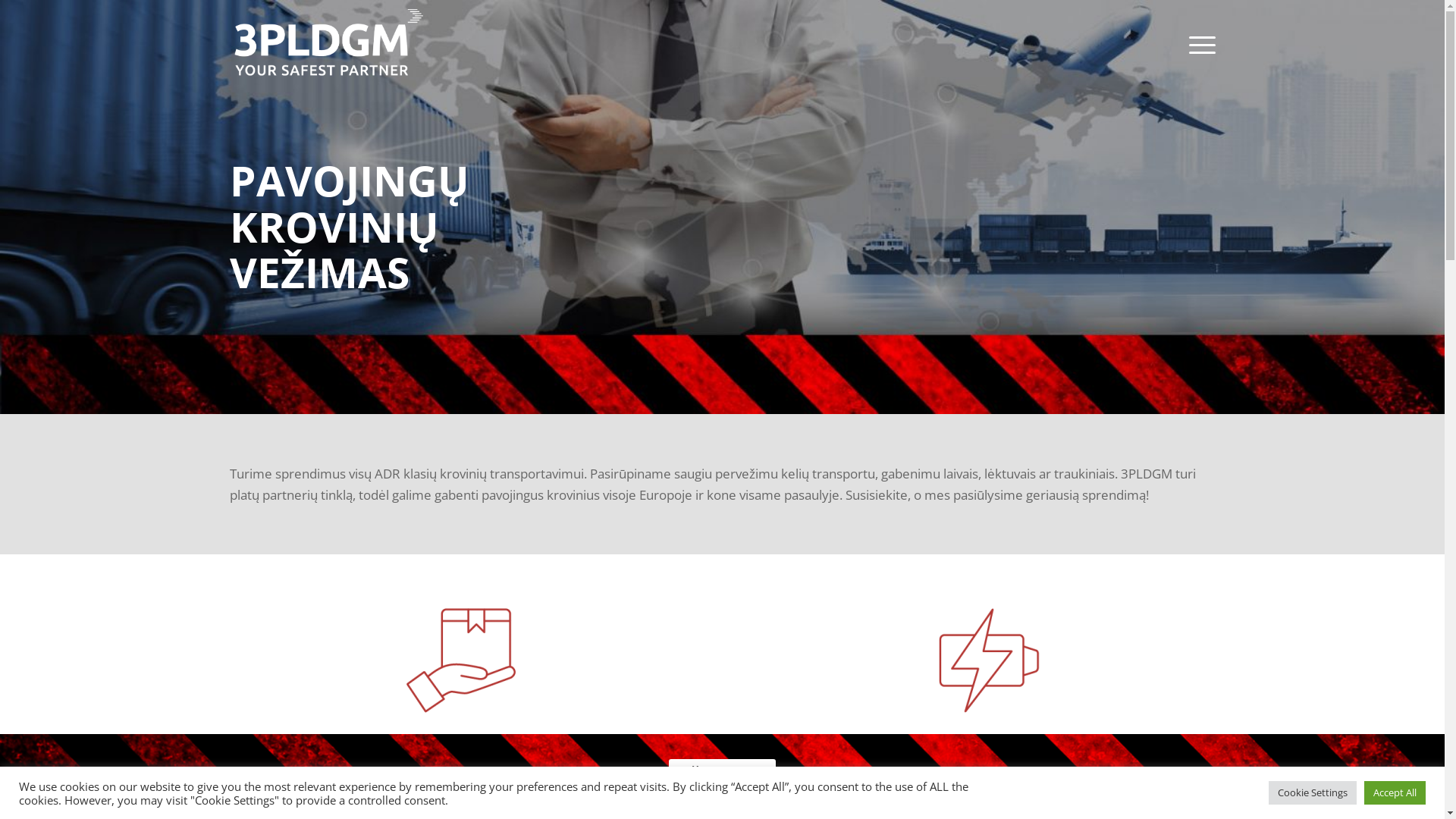  Describe the element at coordinates (983, 660) in the screenshot. I see `'Icons-06'` at that location.